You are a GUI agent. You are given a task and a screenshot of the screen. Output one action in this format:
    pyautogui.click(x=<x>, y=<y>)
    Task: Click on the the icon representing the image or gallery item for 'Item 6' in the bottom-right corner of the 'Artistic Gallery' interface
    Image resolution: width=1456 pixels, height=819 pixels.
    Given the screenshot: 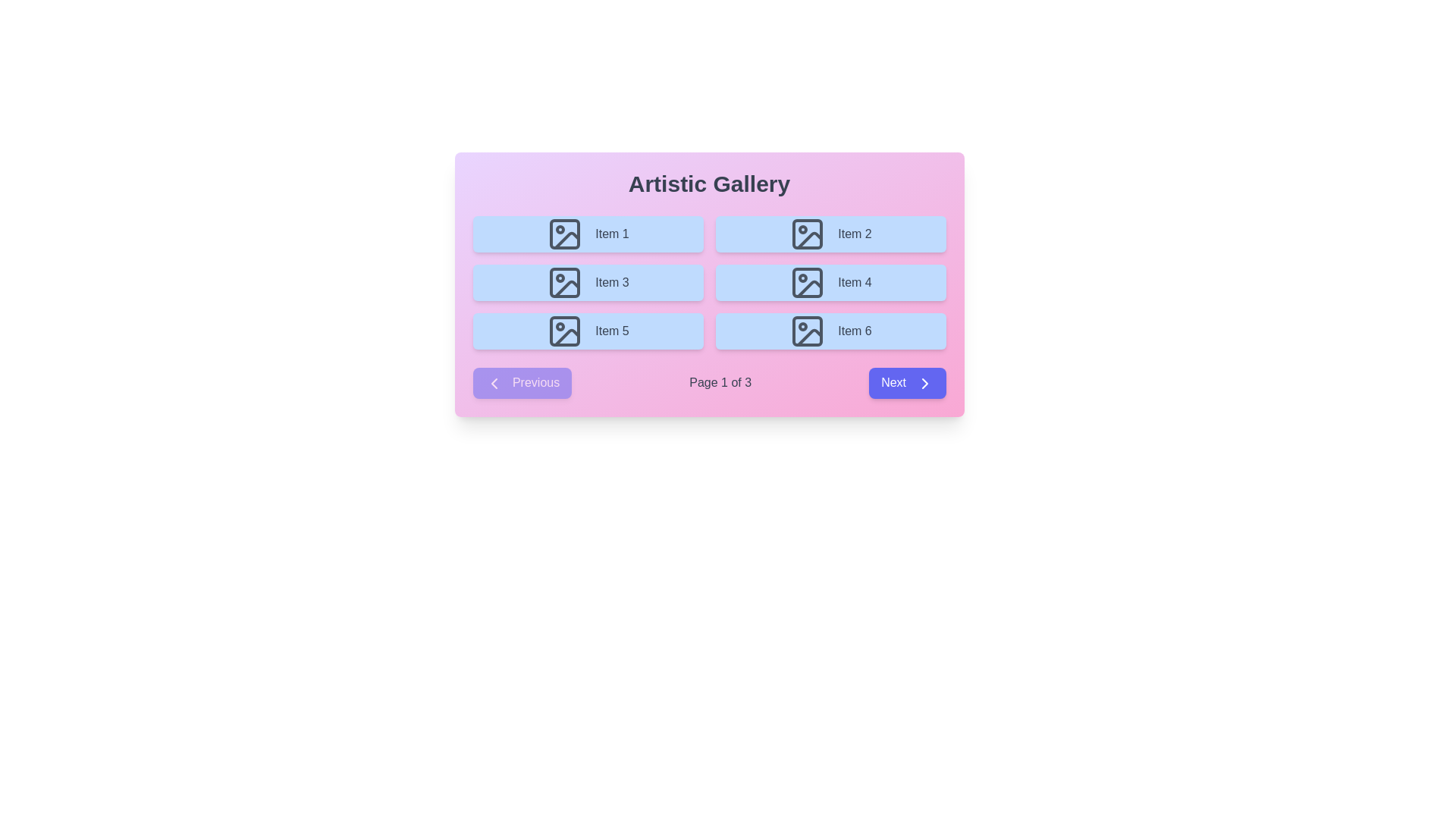 What is the action you would take?
    pyautogui.click(x=807, y=330)
    